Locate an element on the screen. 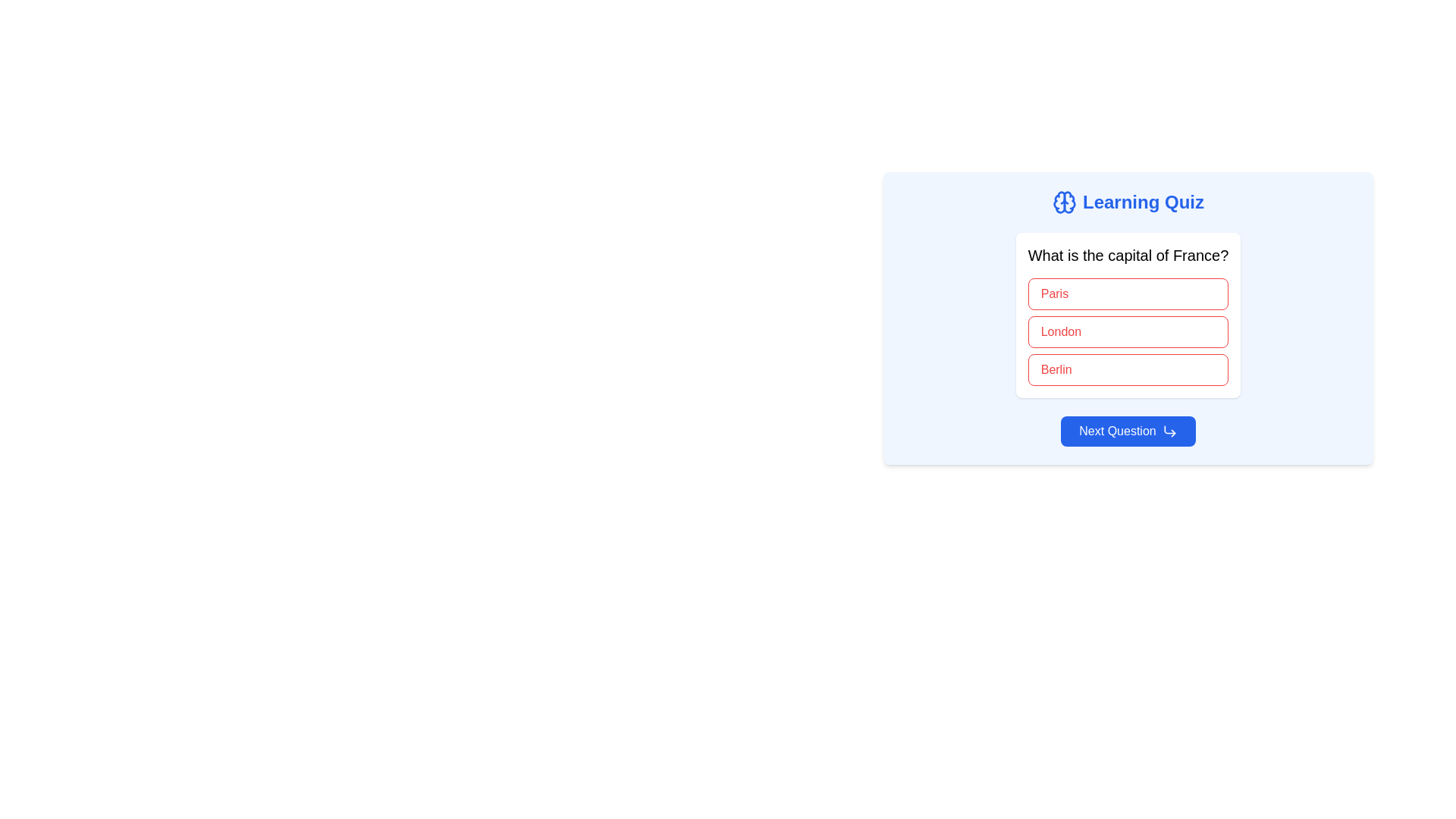 Image resolution: width=1456 pixels, height=819 pixels. the blue 'Next Question' button with white text and an arrow icon, located at the bottom of the card layout to proceed to the next question is located at coordinates (1128, 431).